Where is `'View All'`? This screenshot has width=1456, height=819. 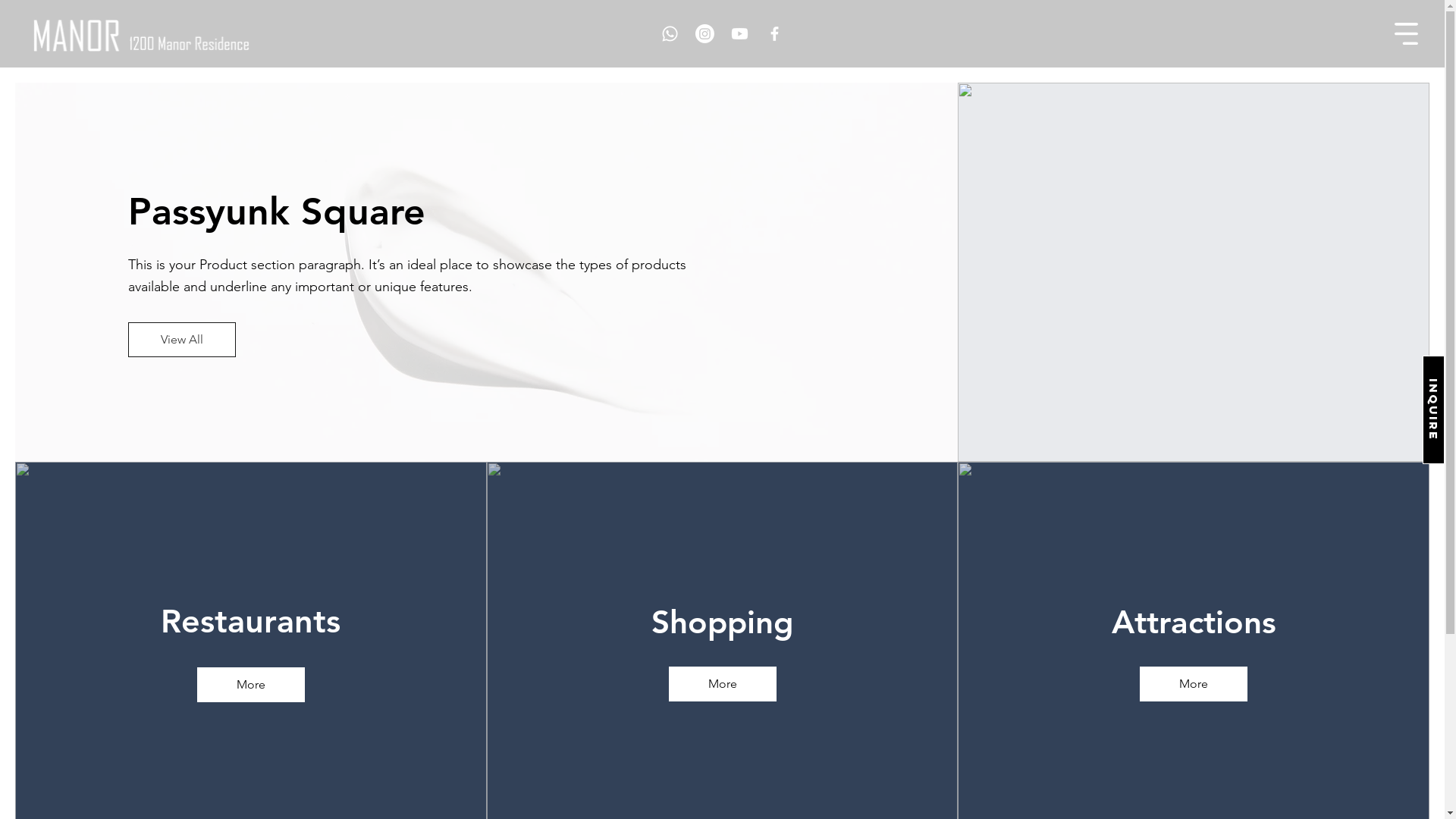 'View All' is located at coordinates (182, 338).